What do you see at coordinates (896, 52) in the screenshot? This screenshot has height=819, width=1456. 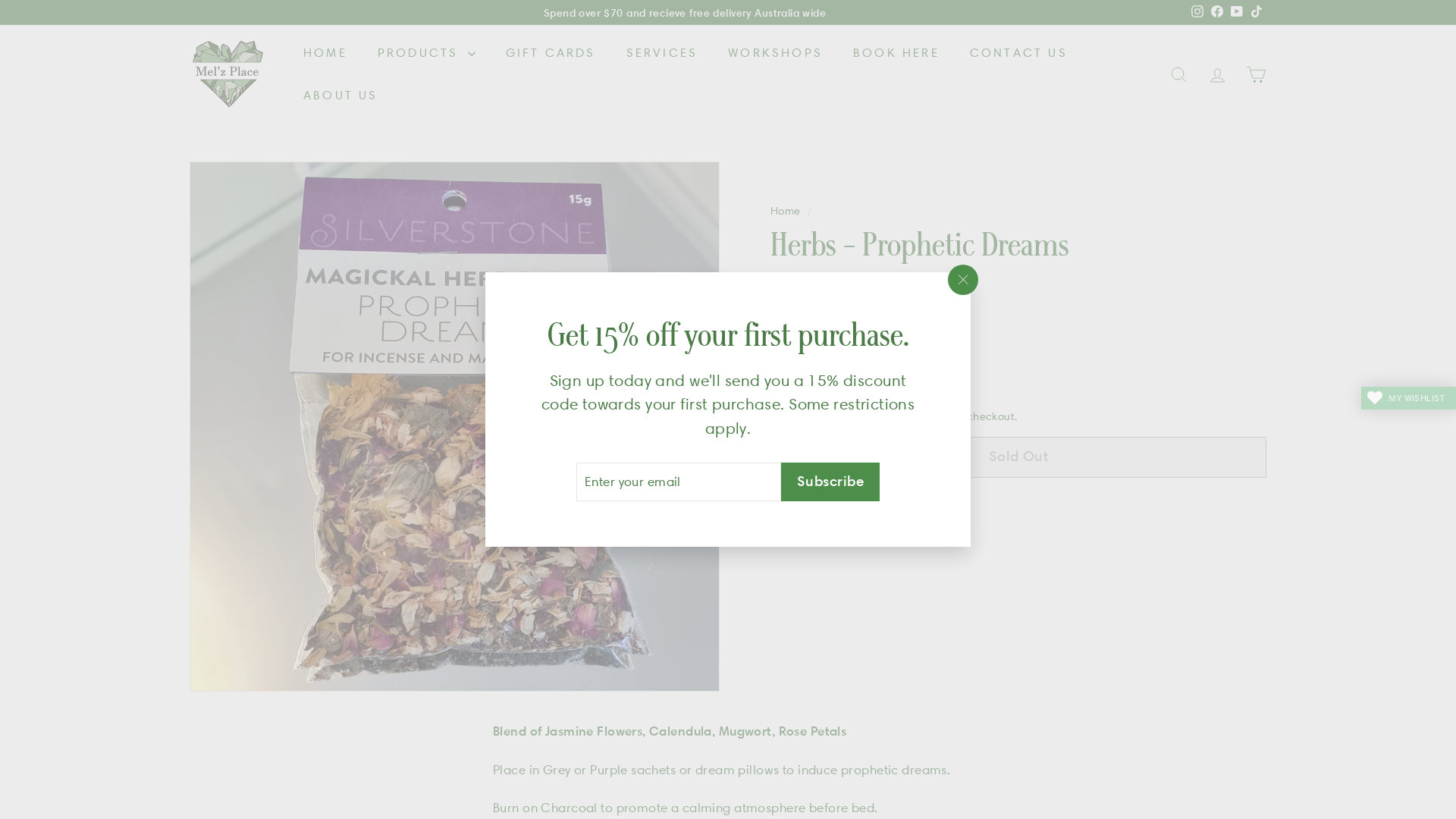 I see `'BOOK HERE'` at bounding box center [896, 52].